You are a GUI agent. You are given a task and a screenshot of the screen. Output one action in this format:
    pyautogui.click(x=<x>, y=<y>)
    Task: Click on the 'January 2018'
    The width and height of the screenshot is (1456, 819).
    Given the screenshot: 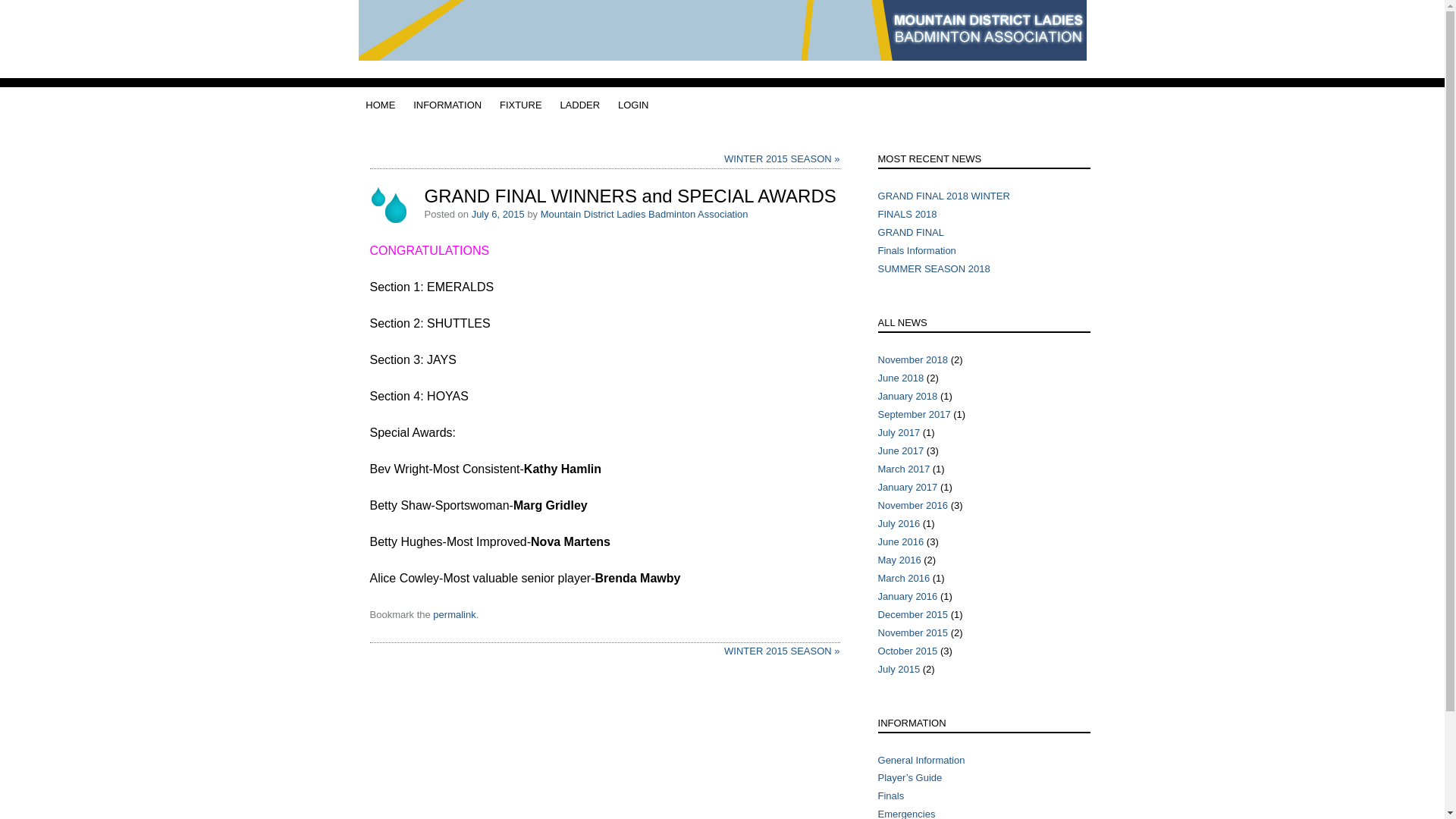 What is the action you would take?
    pyautogui.click(x=908, y=395)
    